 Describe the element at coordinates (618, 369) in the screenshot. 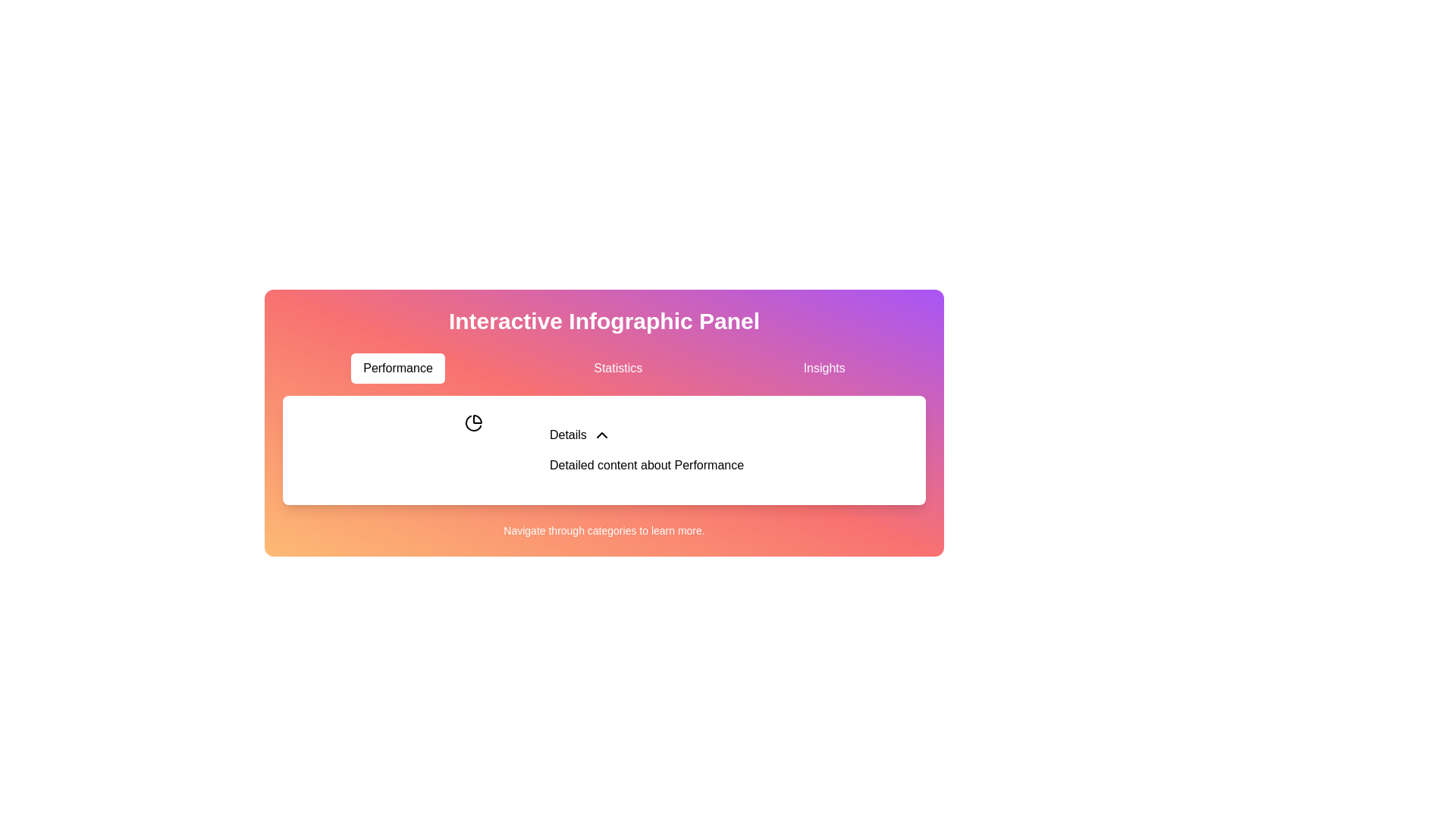

I see `the 'Statistics' button, which is the second button in a horizontal layout between 'Performance' and 'Insights', to trigger visual effects` at that location.